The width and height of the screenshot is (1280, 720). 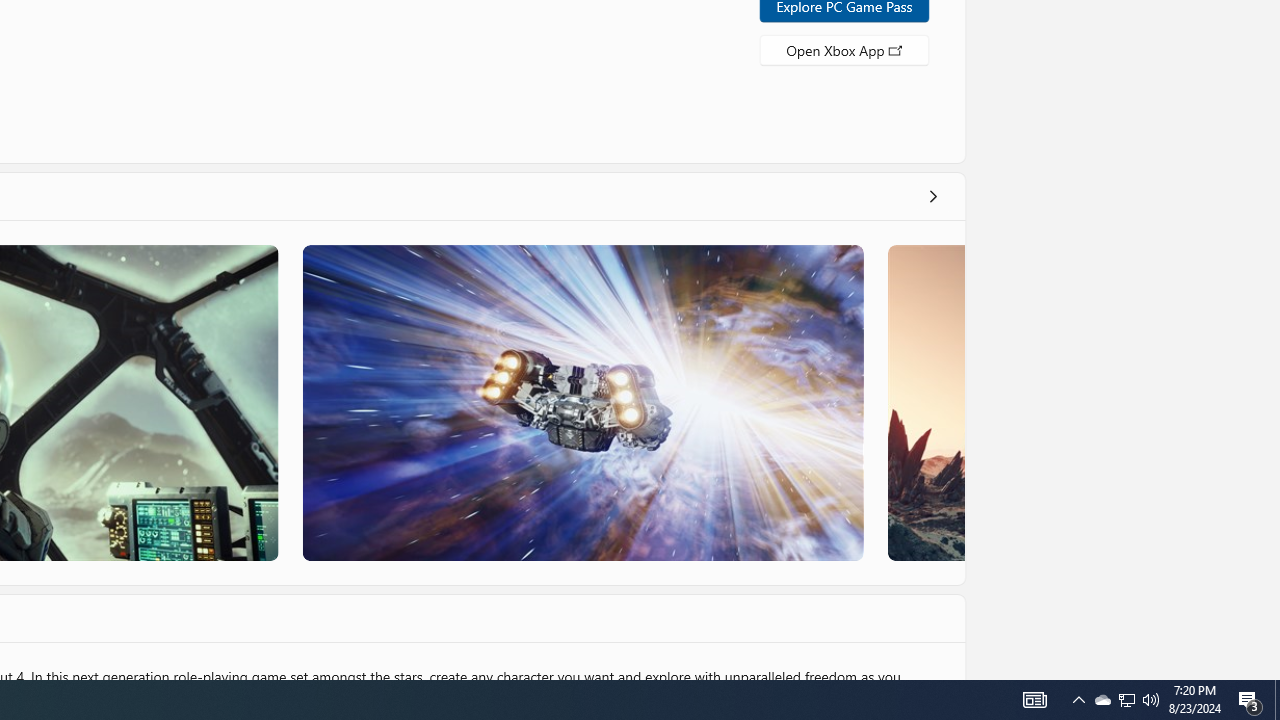 What do you see at coordinates (931, 195) in the screenshot?
I see `'See all'` at bounding box center [931, 195].